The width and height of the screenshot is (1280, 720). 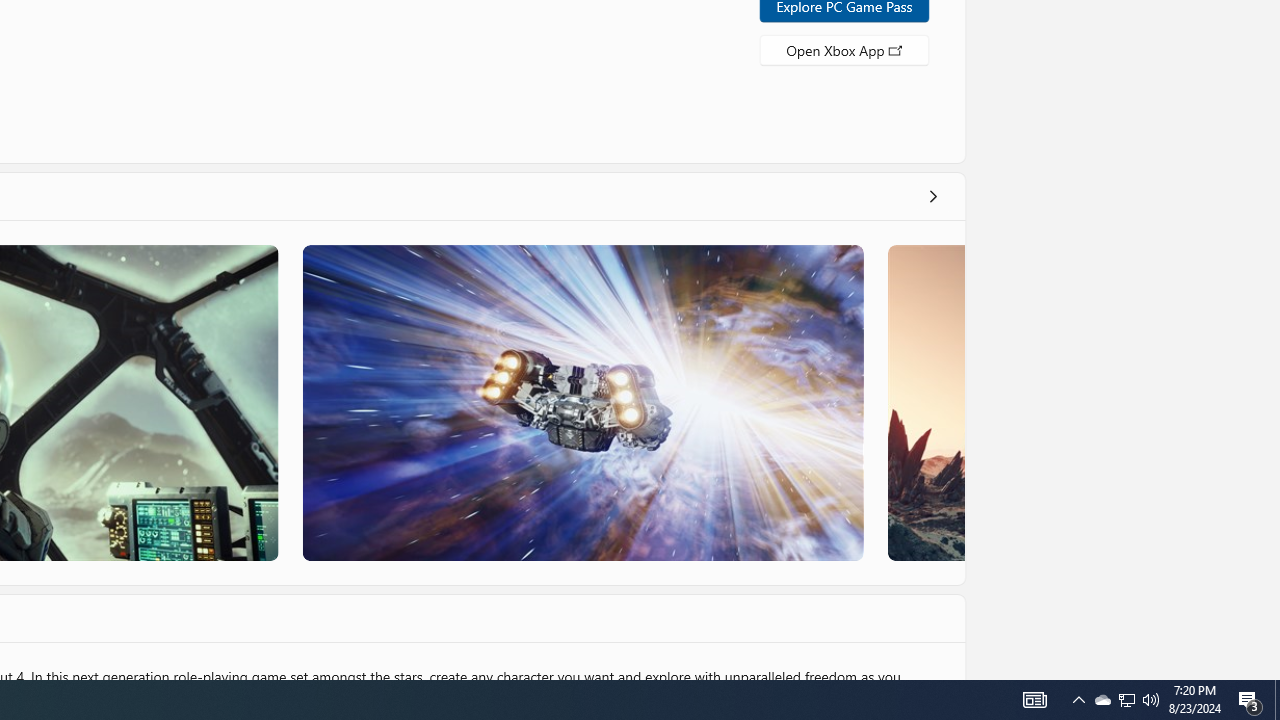 What do you see at coordinates (931, 195) in the screenshot?
I see `'See all'` at bounding box center [931, 195].